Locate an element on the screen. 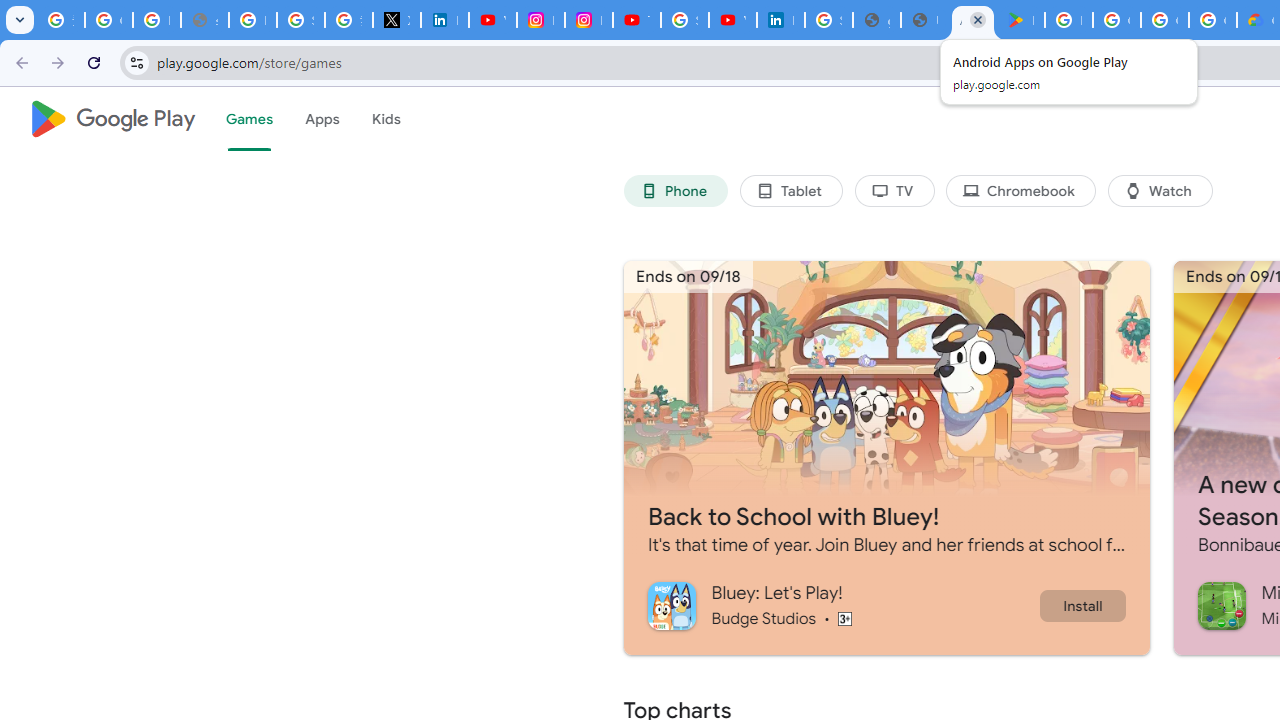 The width and height of the screenshot is (1280, 720). 'Games' is located at coordinates (247, 119).